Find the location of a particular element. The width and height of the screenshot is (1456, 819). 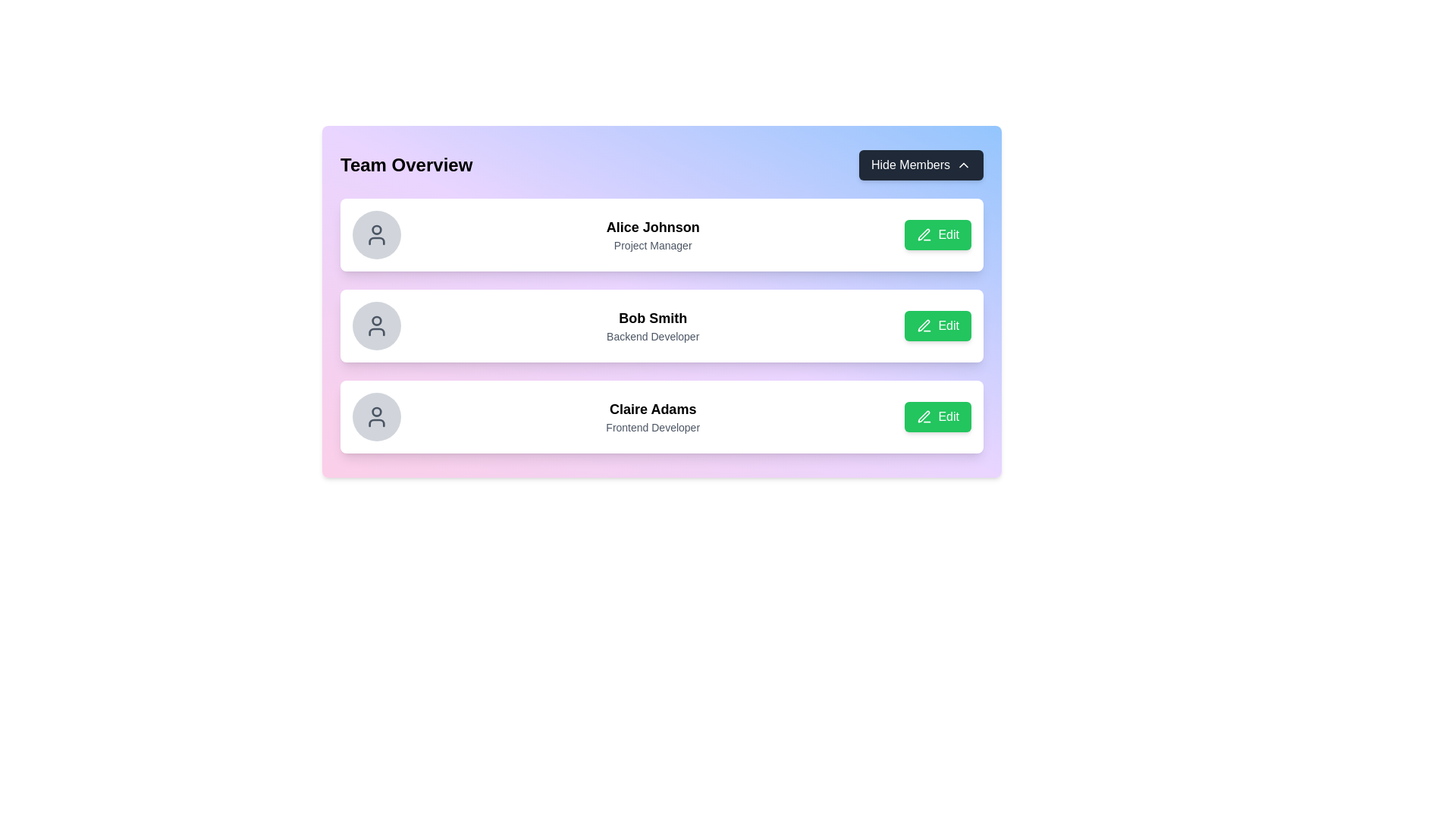

the green 'Edit' button icon, which is a minimalistic pen SVG graphic located on the right side of the second row in the vertically stacked list is located at coordinates (924, 417).